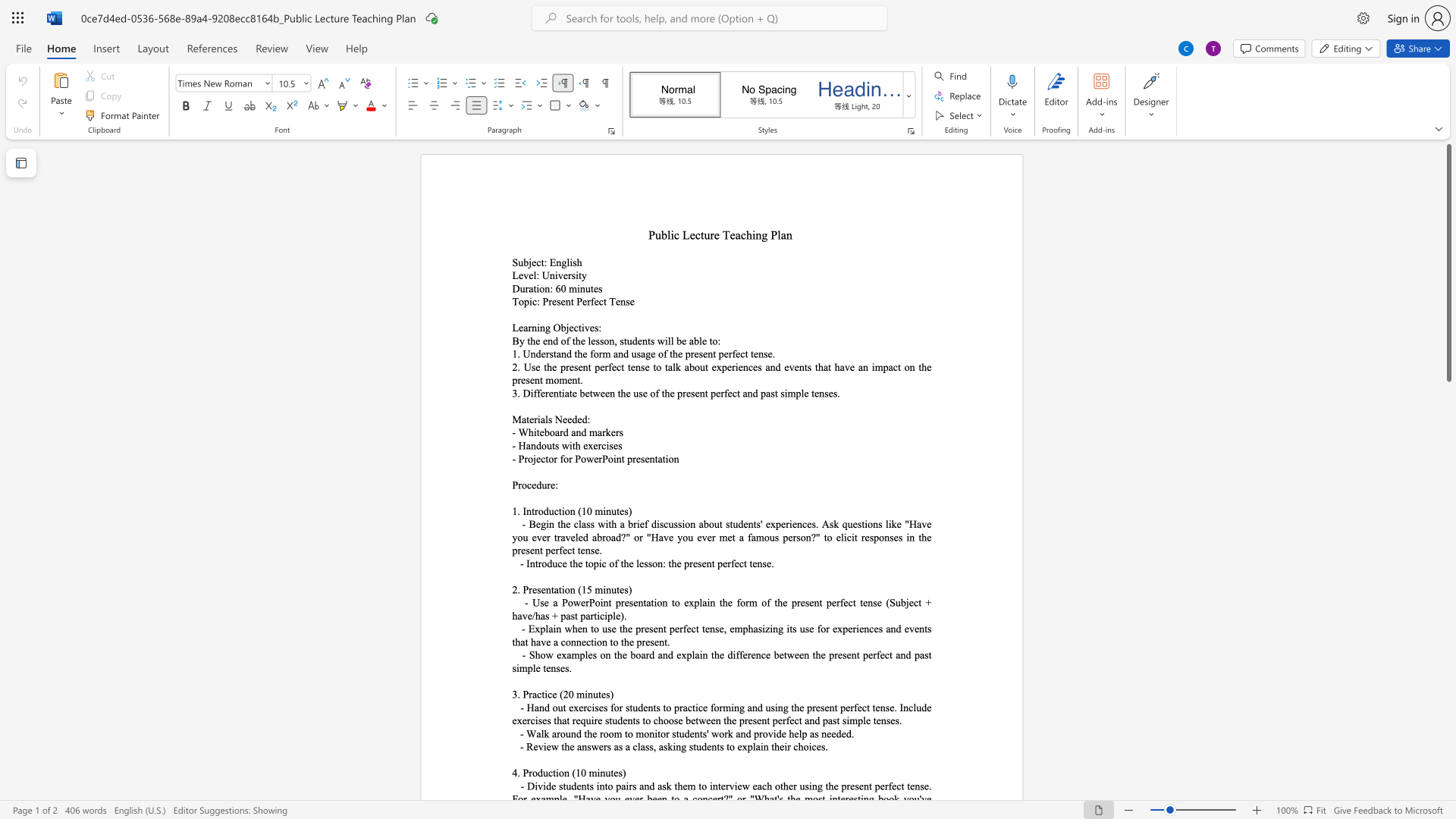 The width and height of the screenshot is (1456, 819). What do you see at coordinates (667, 642) in the screenshot?
I see `the space between the continuous character "t" and "." in the text` at bounding box center [667, 642].